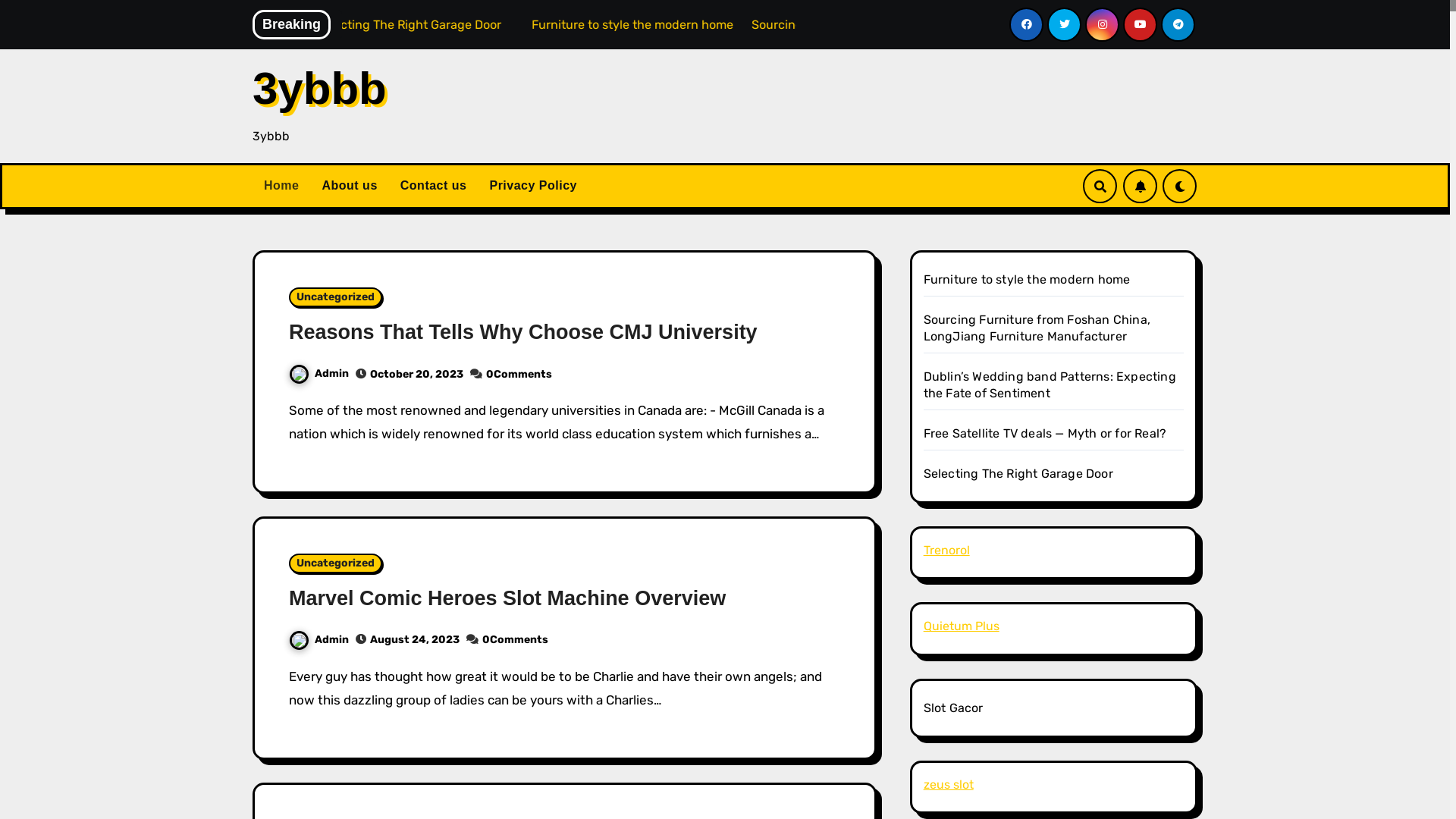 The width and height of the screenshot is (1456, 819). What do you see at coordinates (923, 708) in the screenshot?
I see `'Slot Gacor'` at bounding box center [923, 708].